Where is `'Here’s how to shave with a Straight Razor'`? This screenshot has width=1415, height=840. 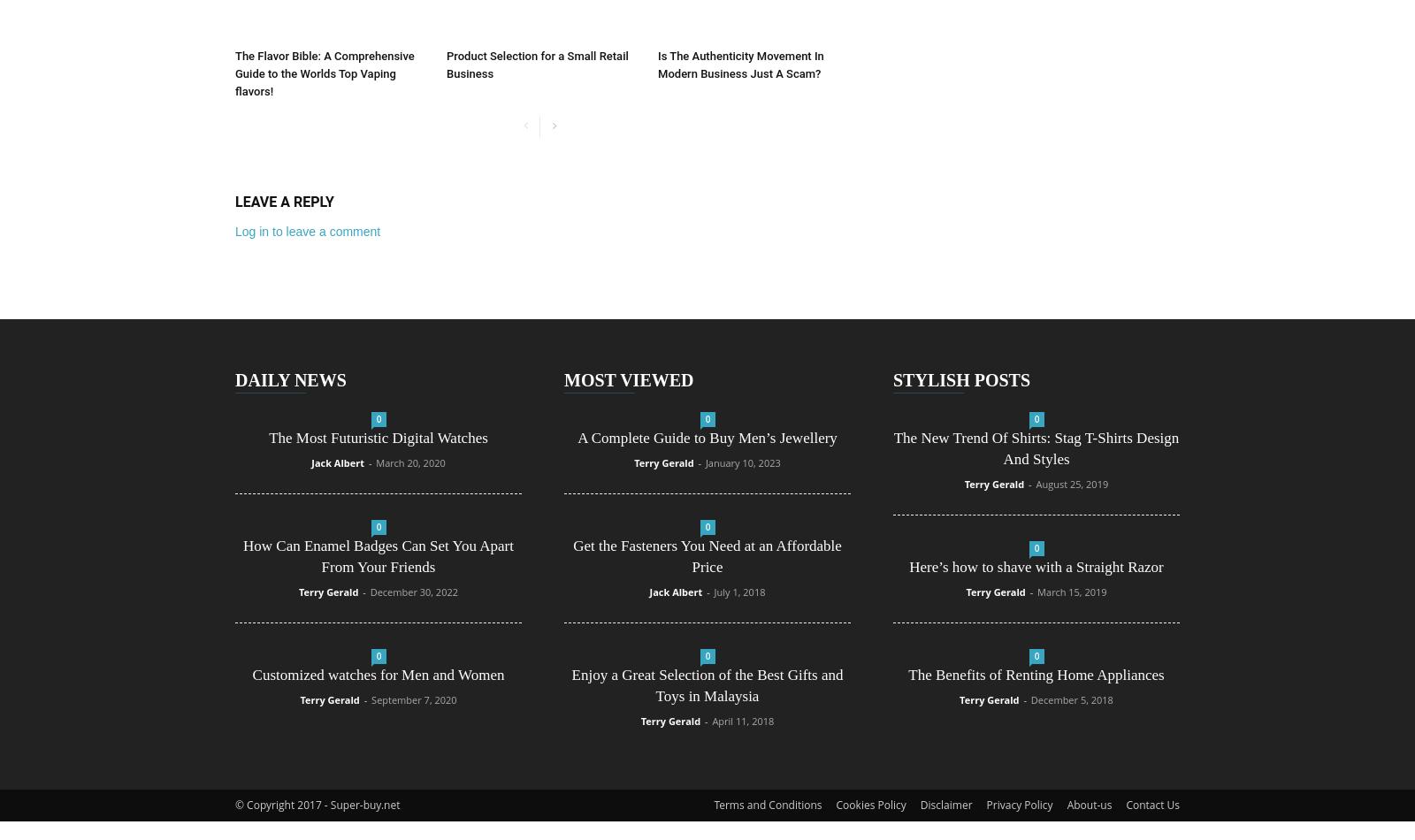 'Here’s how to shave with a Straight Razor' is located at coordinates (1036, 566).